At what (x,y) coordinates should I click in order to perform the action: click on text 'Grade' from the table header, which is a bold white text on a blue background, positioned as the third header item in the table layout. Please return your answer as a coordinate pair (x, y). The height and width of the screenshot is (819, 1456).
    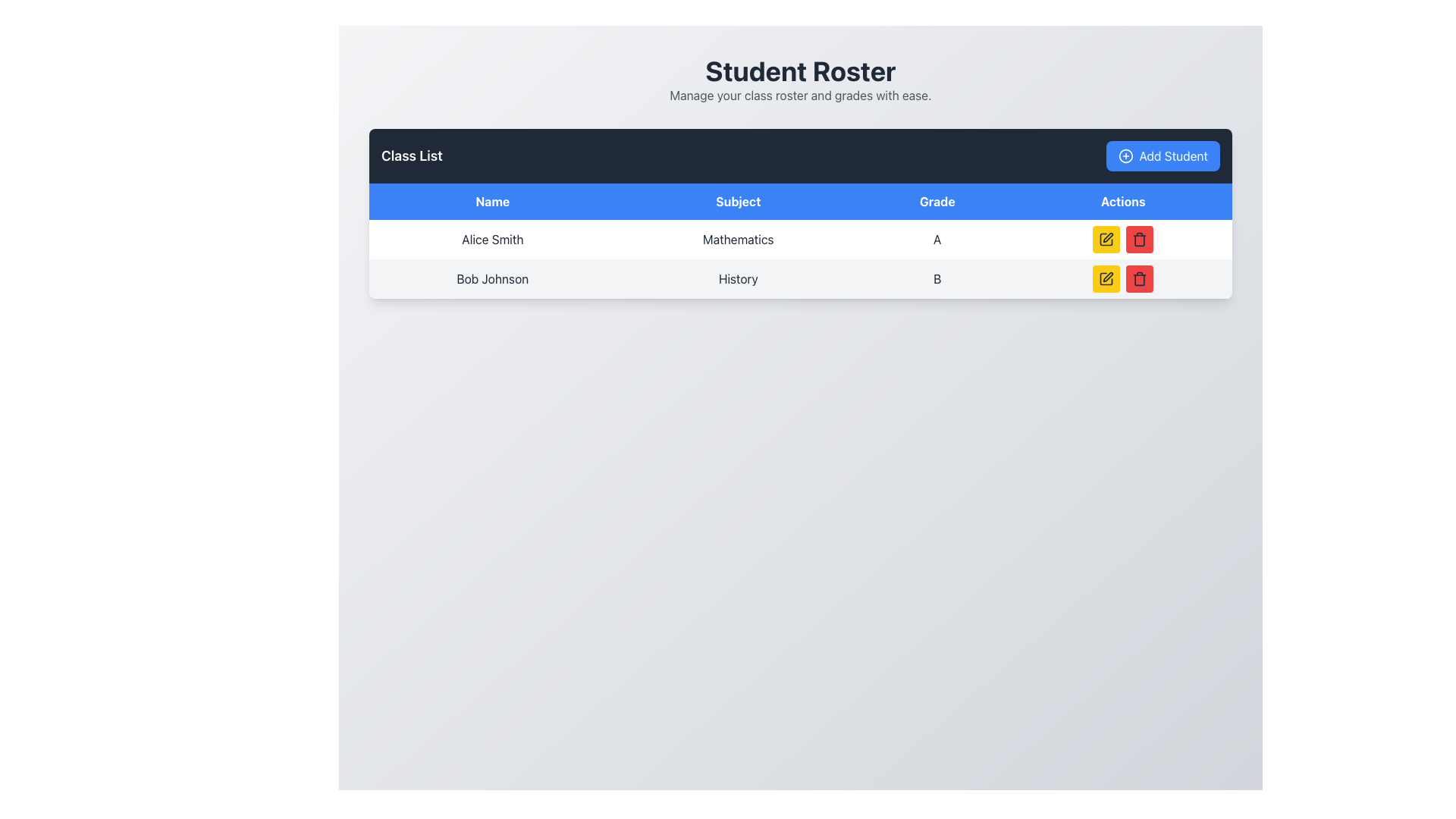
    Looking at the image, I should click on (937, 201).